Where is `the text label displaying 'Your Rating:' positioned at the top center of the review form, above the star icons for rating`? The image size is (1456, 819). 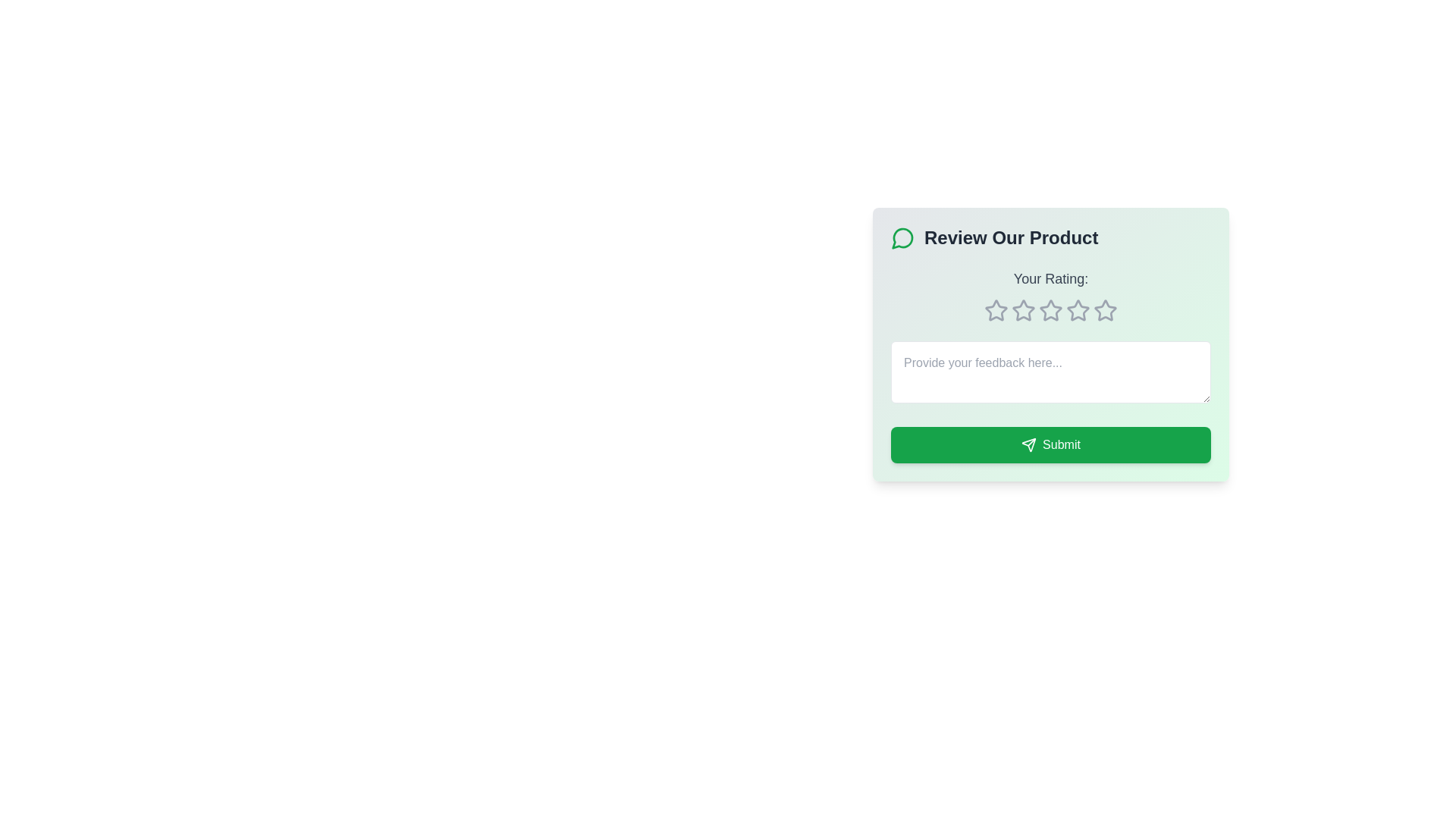 the text label displaying 'Your Rating:' positioned at the top center of the review form, above the star icons for rating is located at coordinates (1050, 278).